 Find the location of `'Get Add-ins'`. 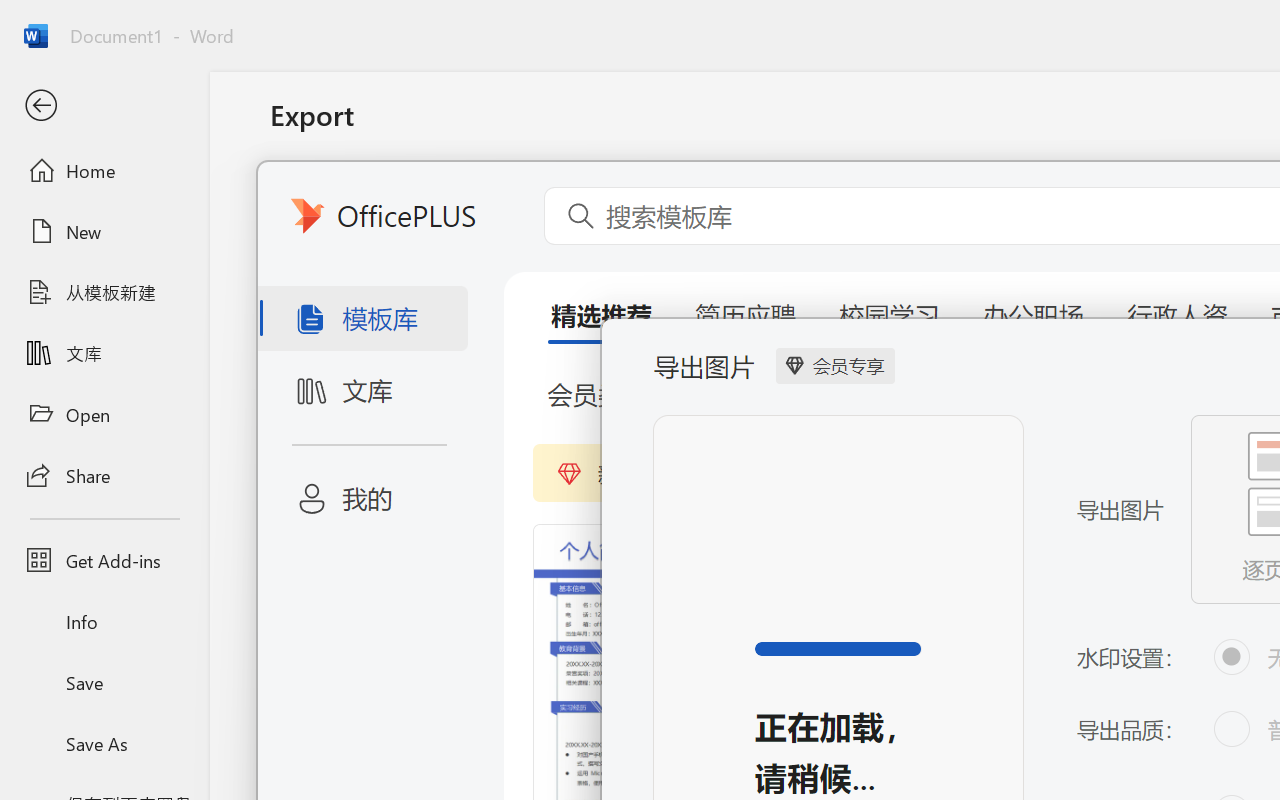

'Get Add-ins' is located at coordinates (103, 560).